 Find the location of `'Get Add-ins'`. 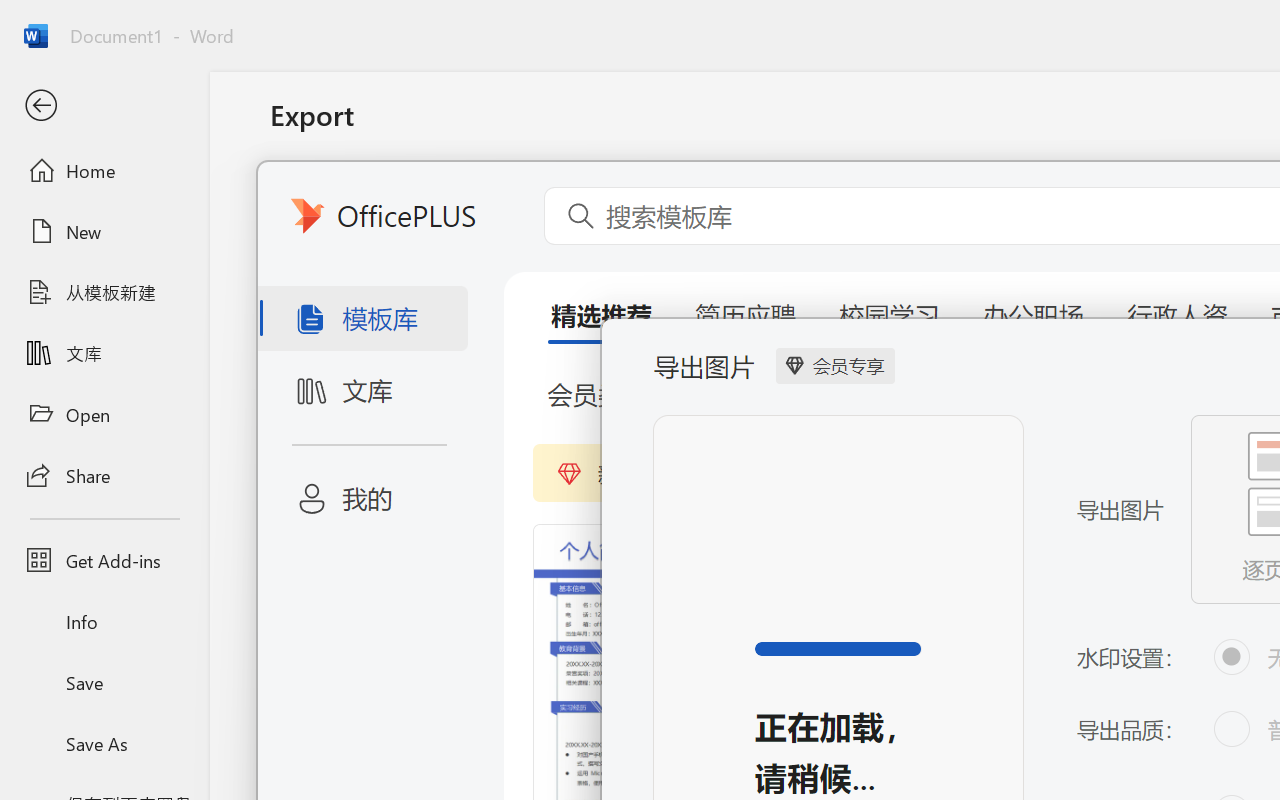

'Get Add-ins' is located at coordinates (103, 560).